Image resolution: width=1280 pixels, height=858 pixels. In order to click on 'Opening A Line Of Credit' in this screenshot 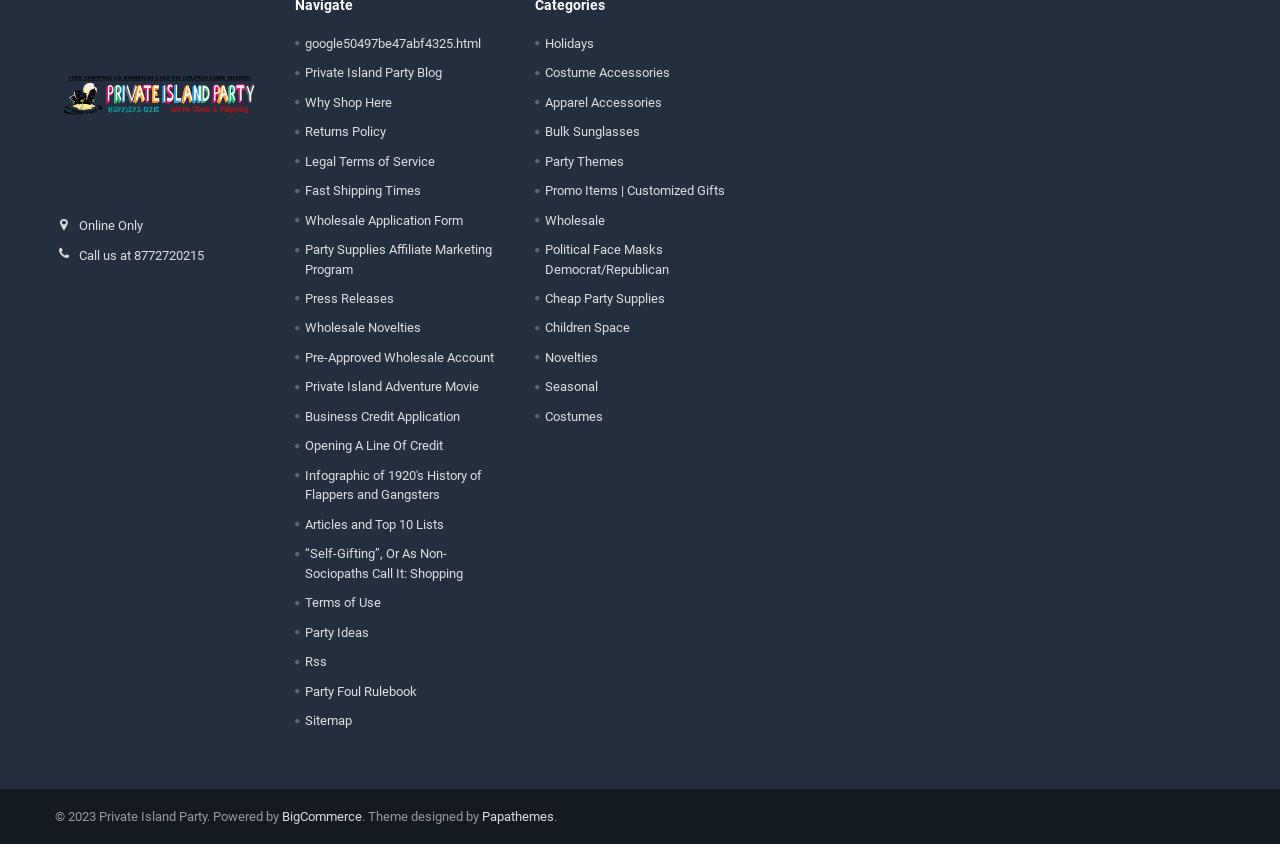, I will do `click(372, 459)`.